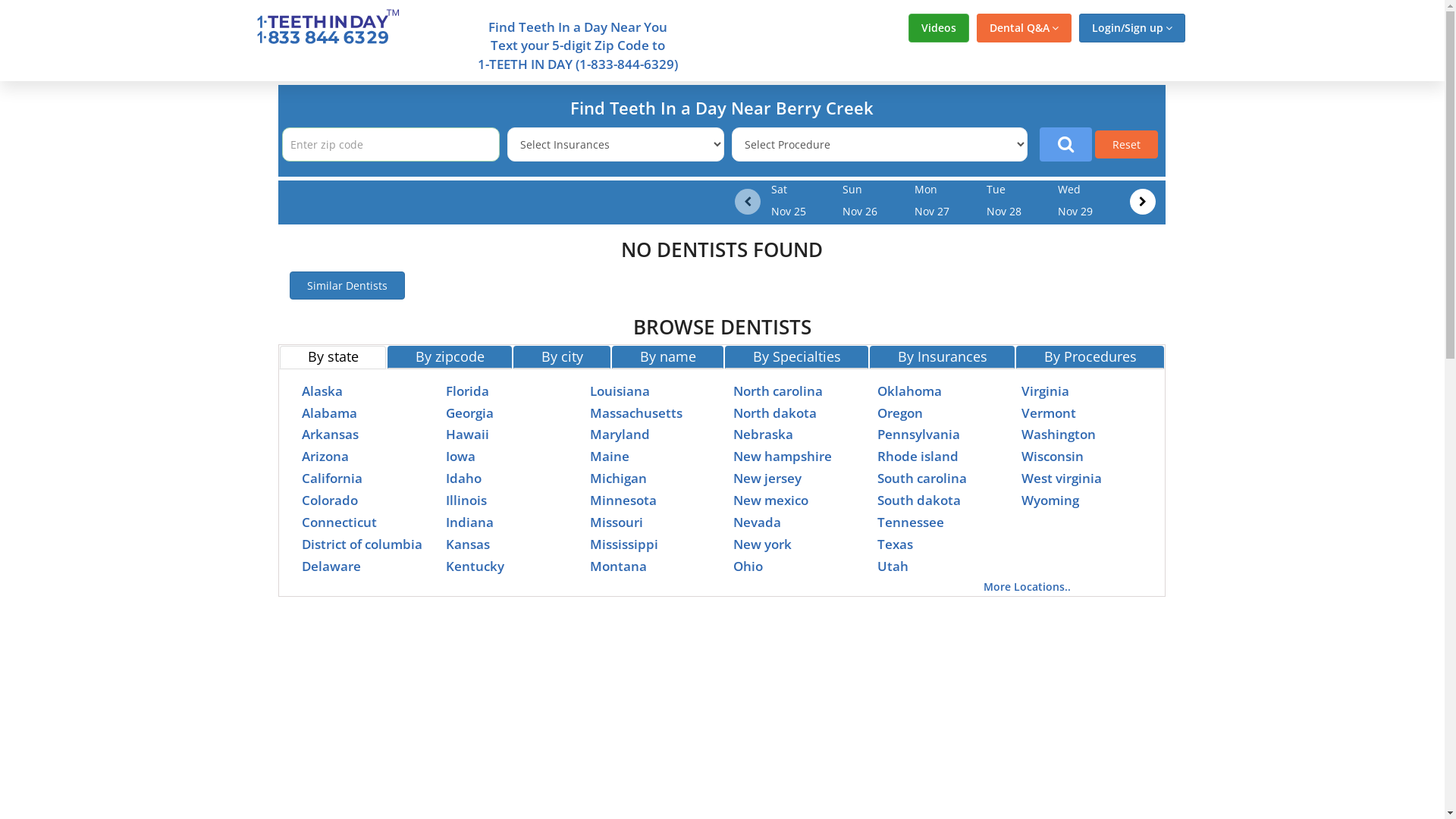 The width and height of the screenshot is (1456, 819). What do you see at coordinates (1050, 500) in the screenshot?
I see `'Wyoming'` at bounding box center [1050, 500].